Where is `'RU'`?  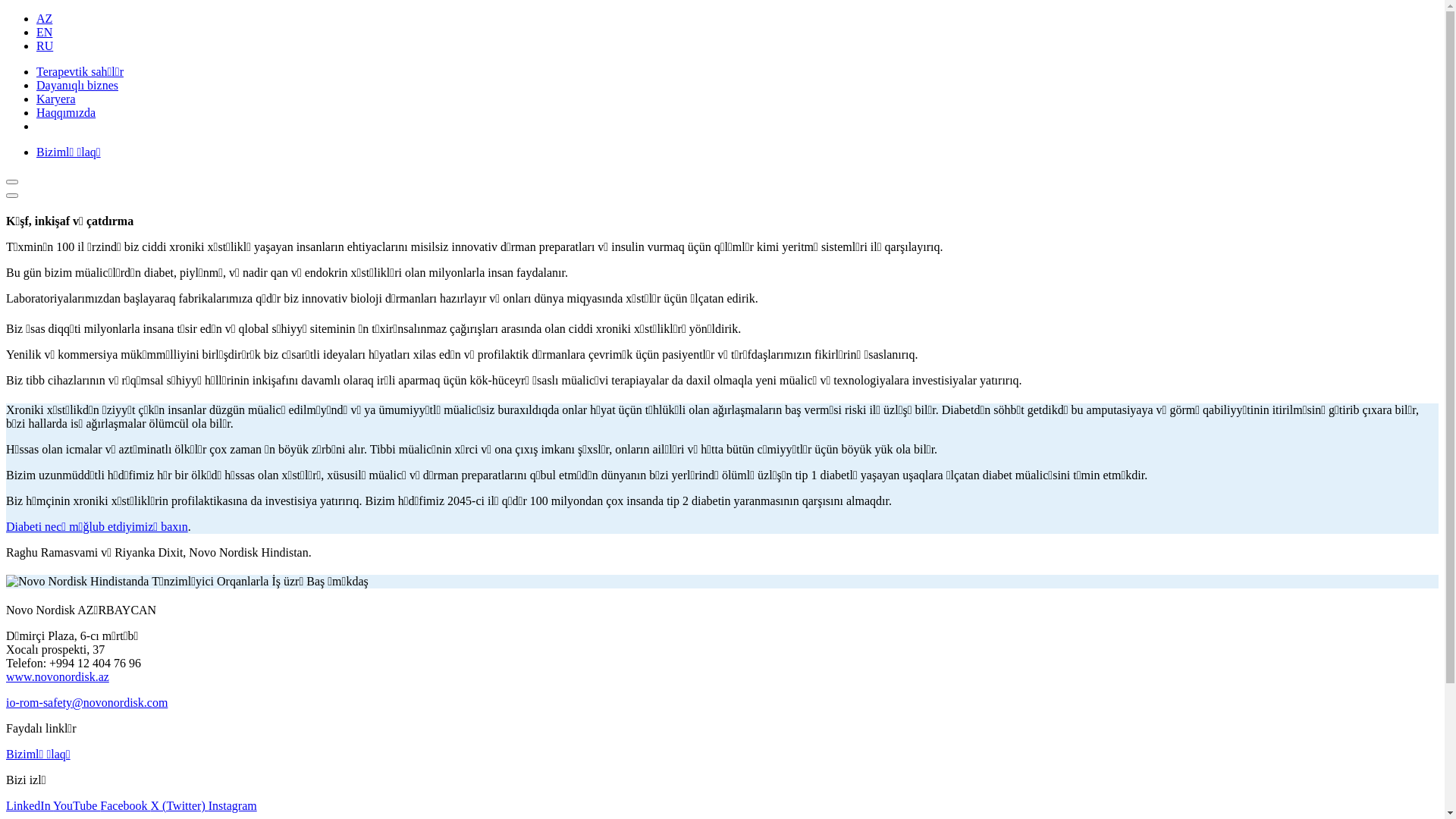 'RU' is located at coordinates (36, 45).